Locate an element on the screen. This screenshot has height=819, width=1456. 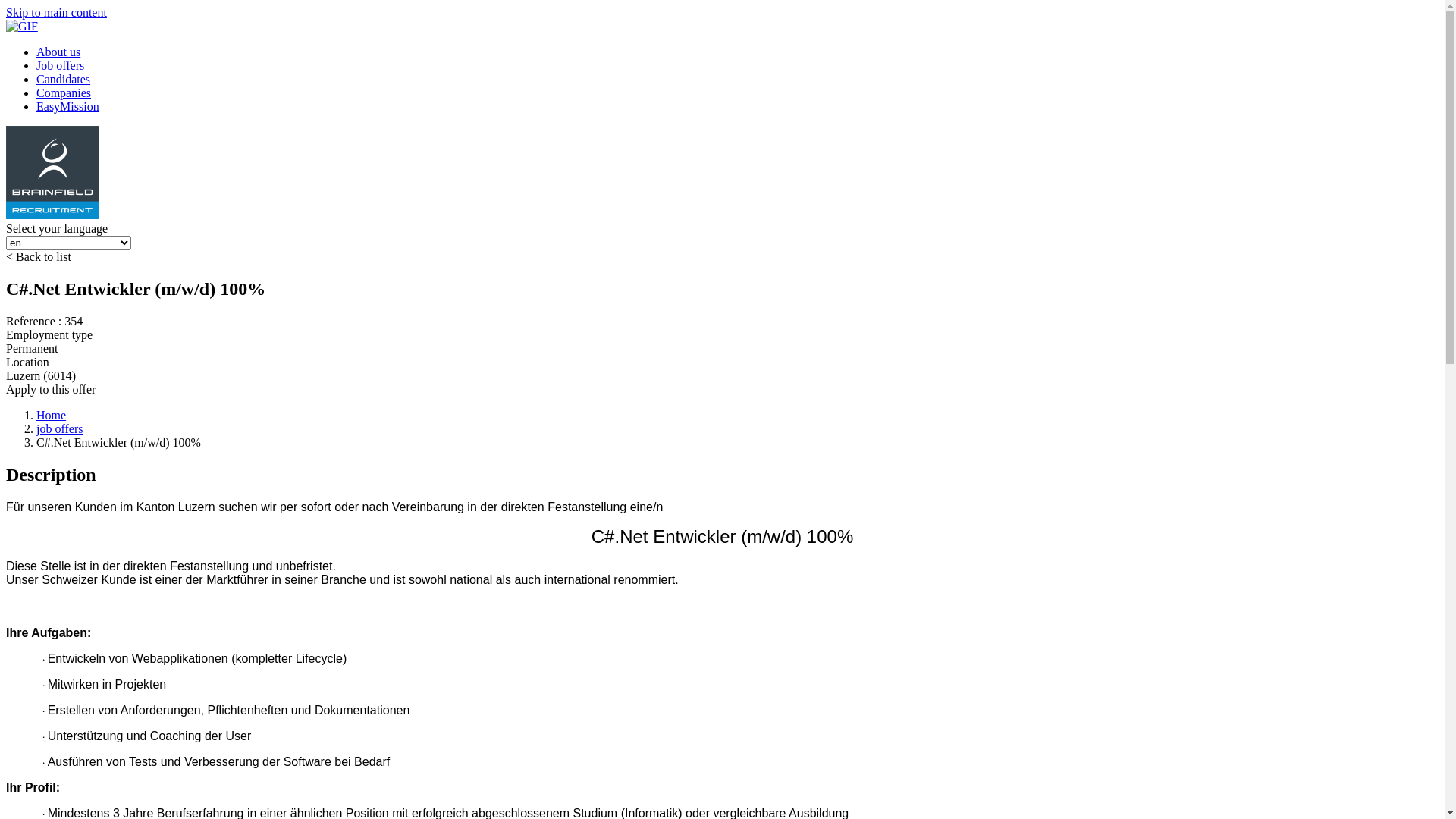
'Home' is located at coordinates (51, 415).